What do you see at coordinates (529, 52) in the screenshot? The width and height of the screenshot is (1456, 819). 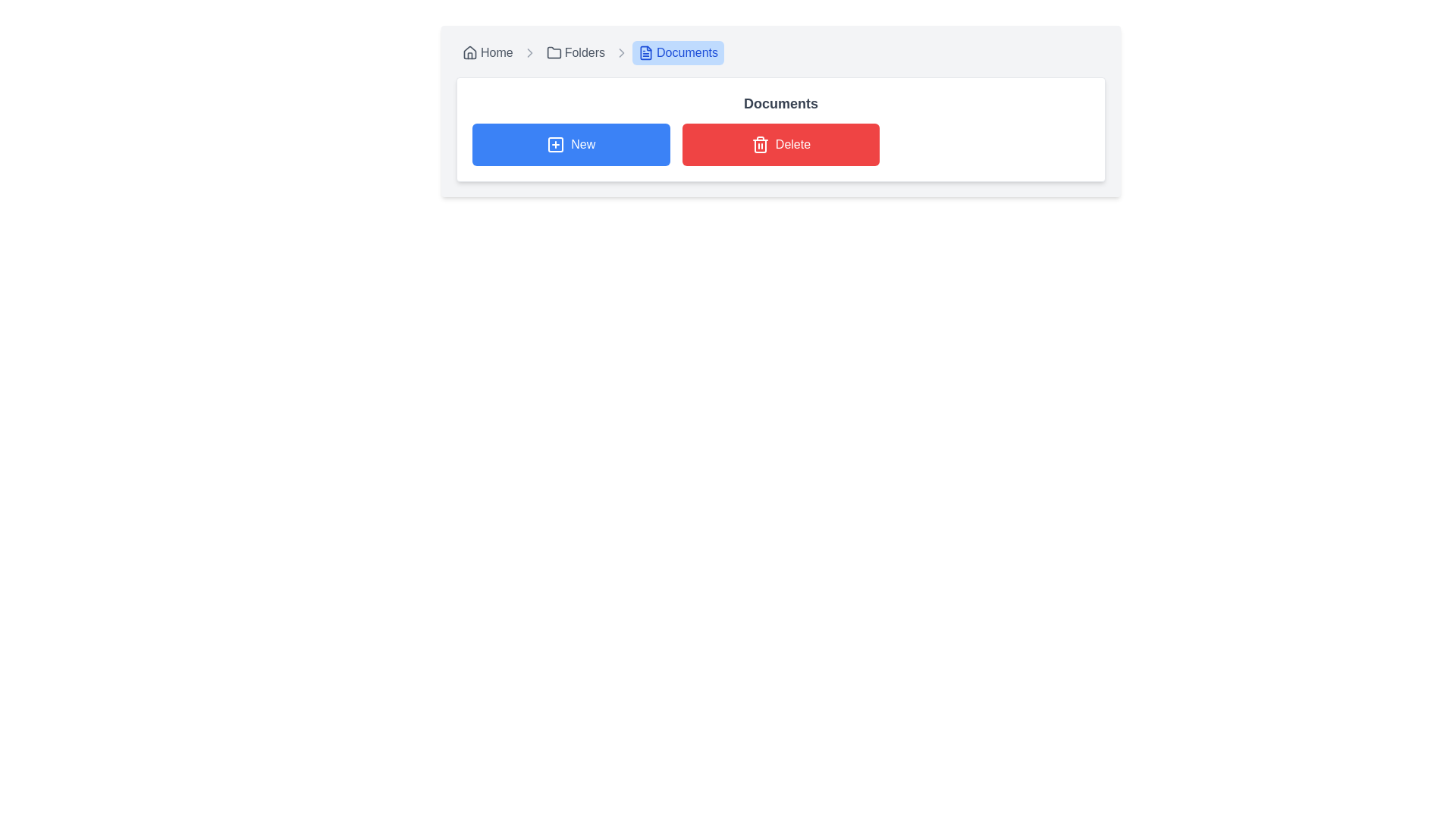 I see `the right-pointing chevron icon in the breadcrumb navigation bar` at bounding box center [529, 52].